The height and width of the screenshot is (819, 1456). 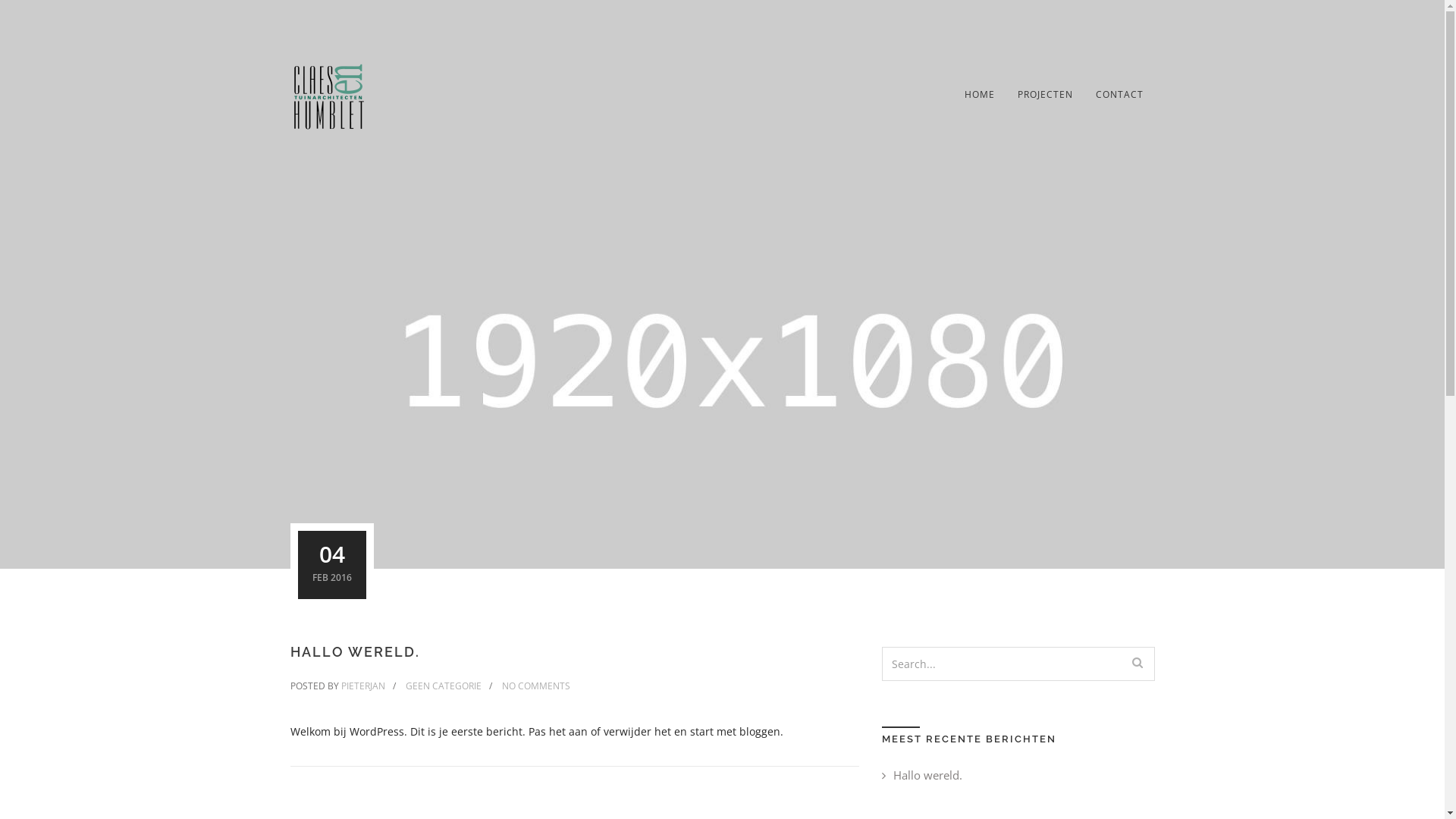 I want to click on 'NO COMMENTS', so click(x=535, y=686).